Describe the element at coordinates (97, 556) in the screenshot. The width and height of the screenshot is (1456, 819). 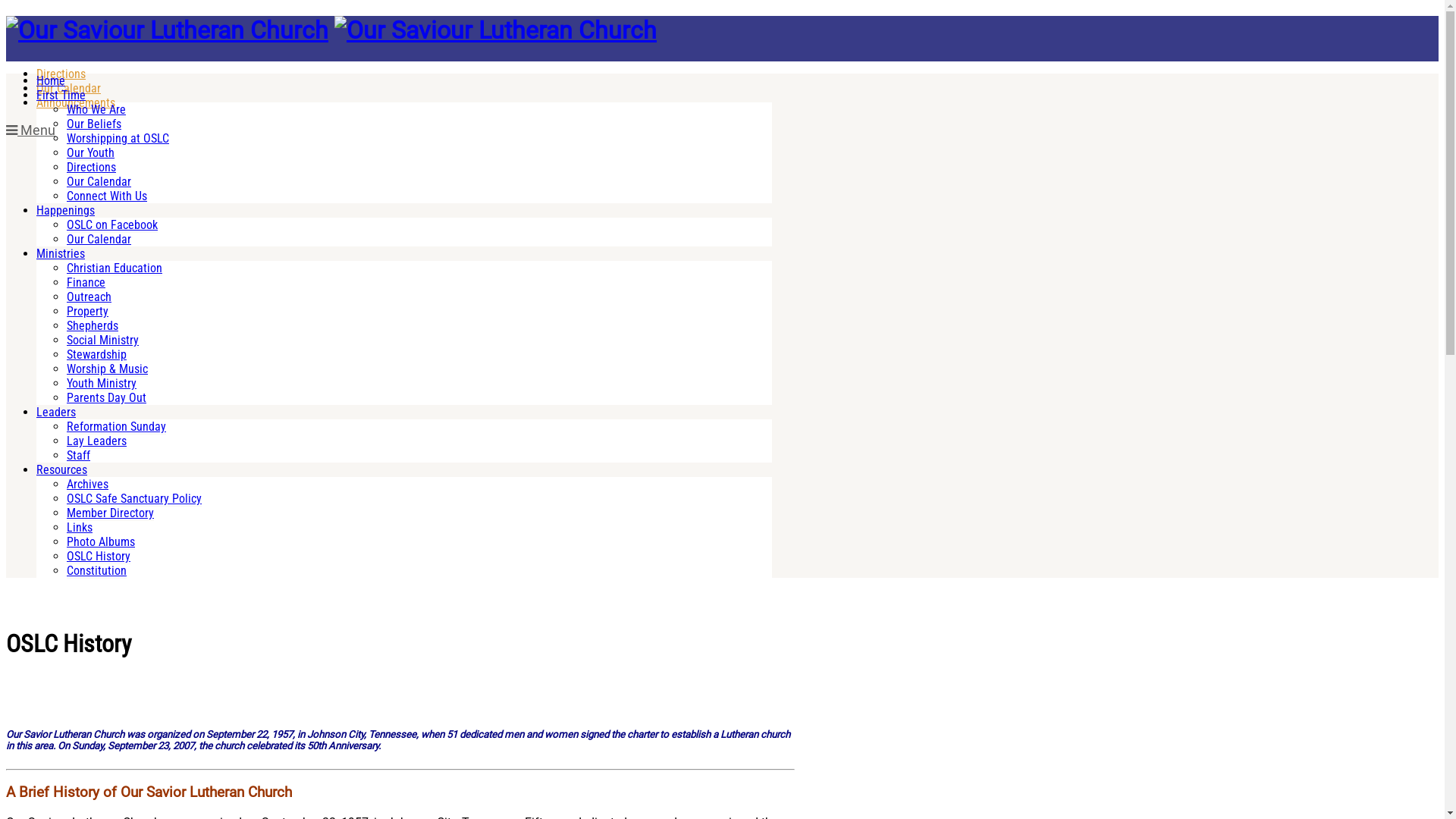
I see `'OSLC History'` at that location.